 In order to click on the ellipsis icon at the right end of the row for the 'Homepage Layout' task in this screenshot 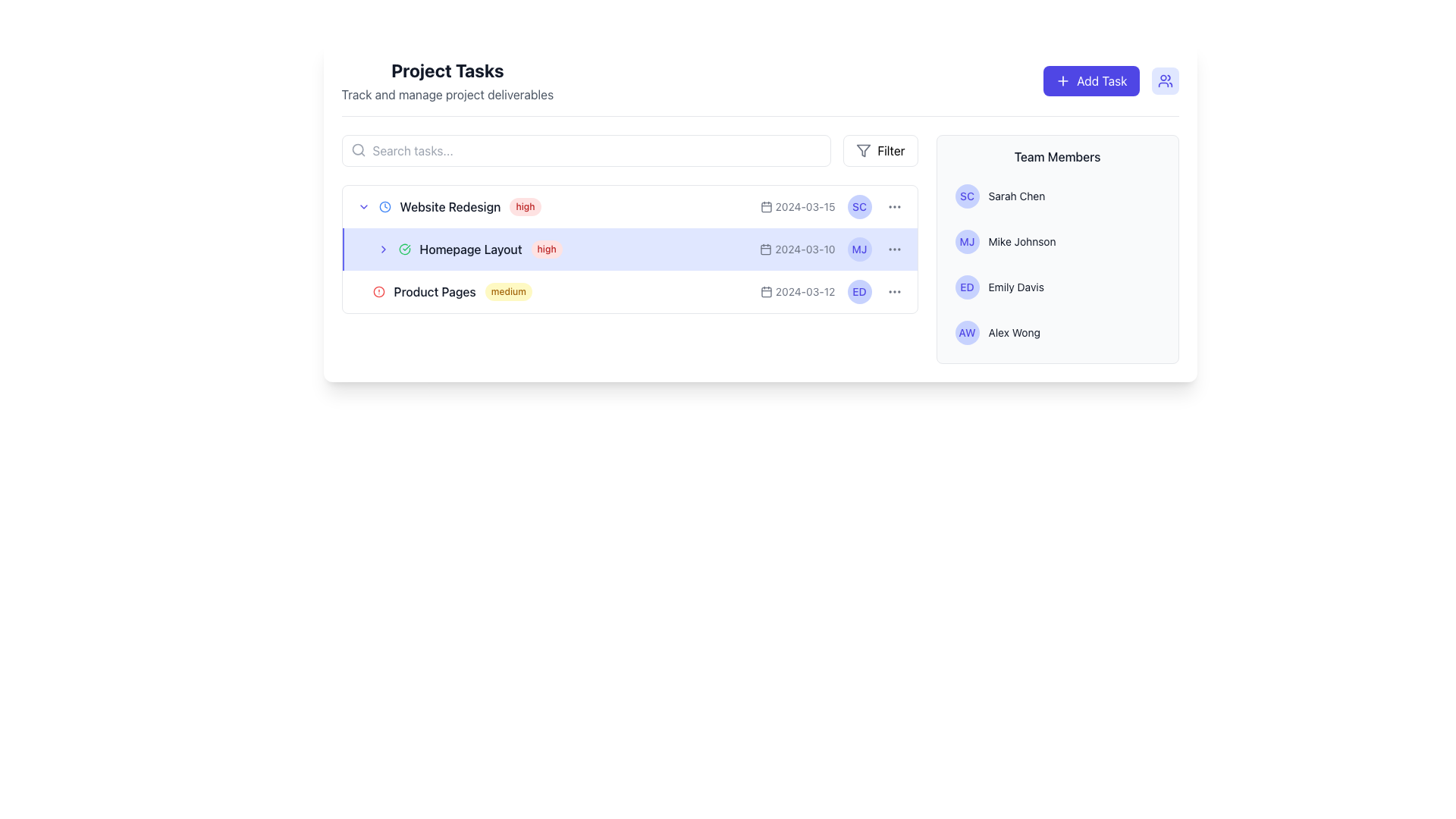, I will do `click(894, 248)`.